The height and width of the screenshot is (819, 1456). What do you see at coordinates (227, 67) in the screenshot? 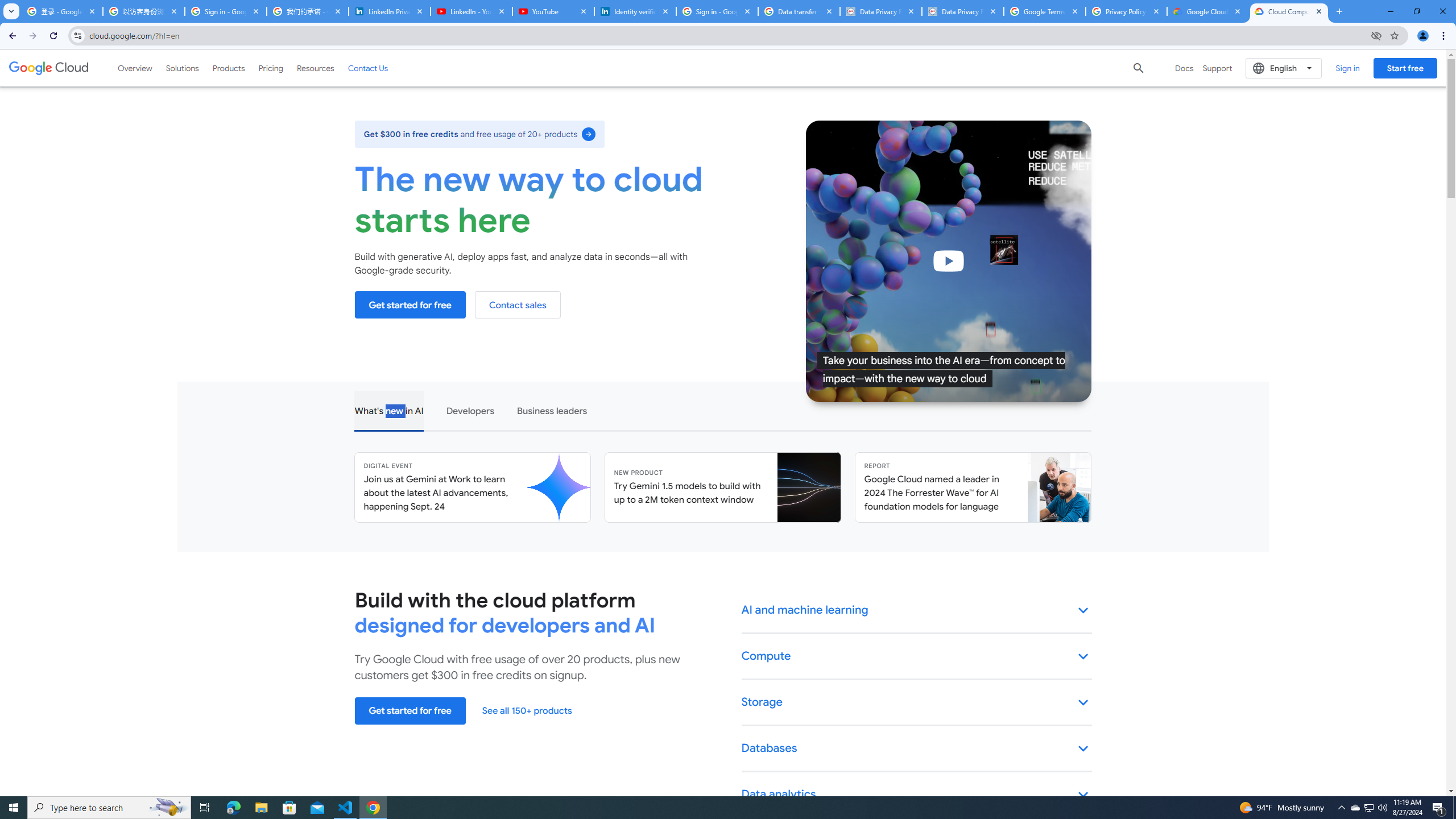
I see `'Products'` at bounding box center [227, 67].